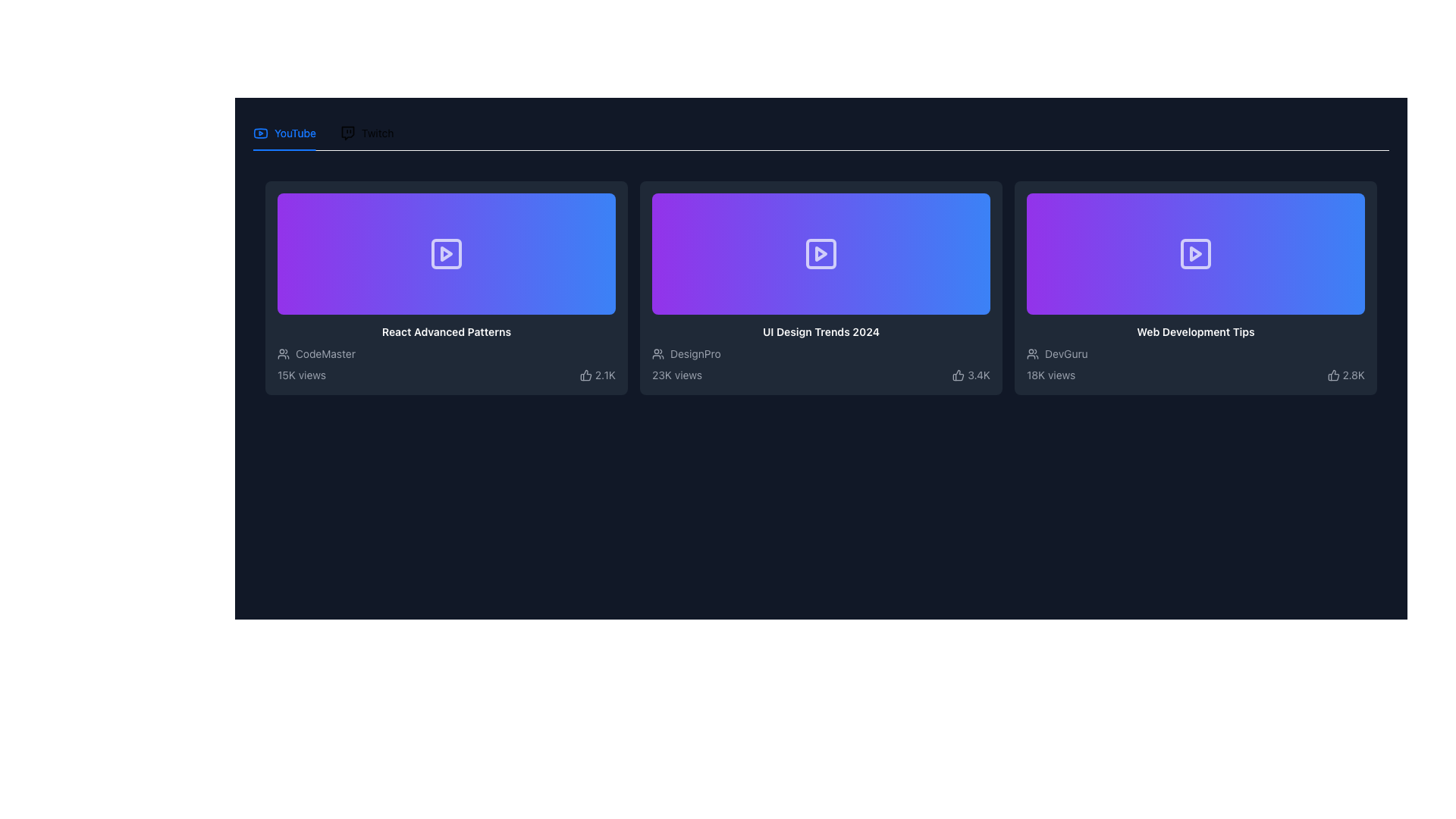 The width and height of the screenshot is (1456, 819). Describe the element at coordinates (367, 133) in the screenshot. I see `the second tab` at that location.